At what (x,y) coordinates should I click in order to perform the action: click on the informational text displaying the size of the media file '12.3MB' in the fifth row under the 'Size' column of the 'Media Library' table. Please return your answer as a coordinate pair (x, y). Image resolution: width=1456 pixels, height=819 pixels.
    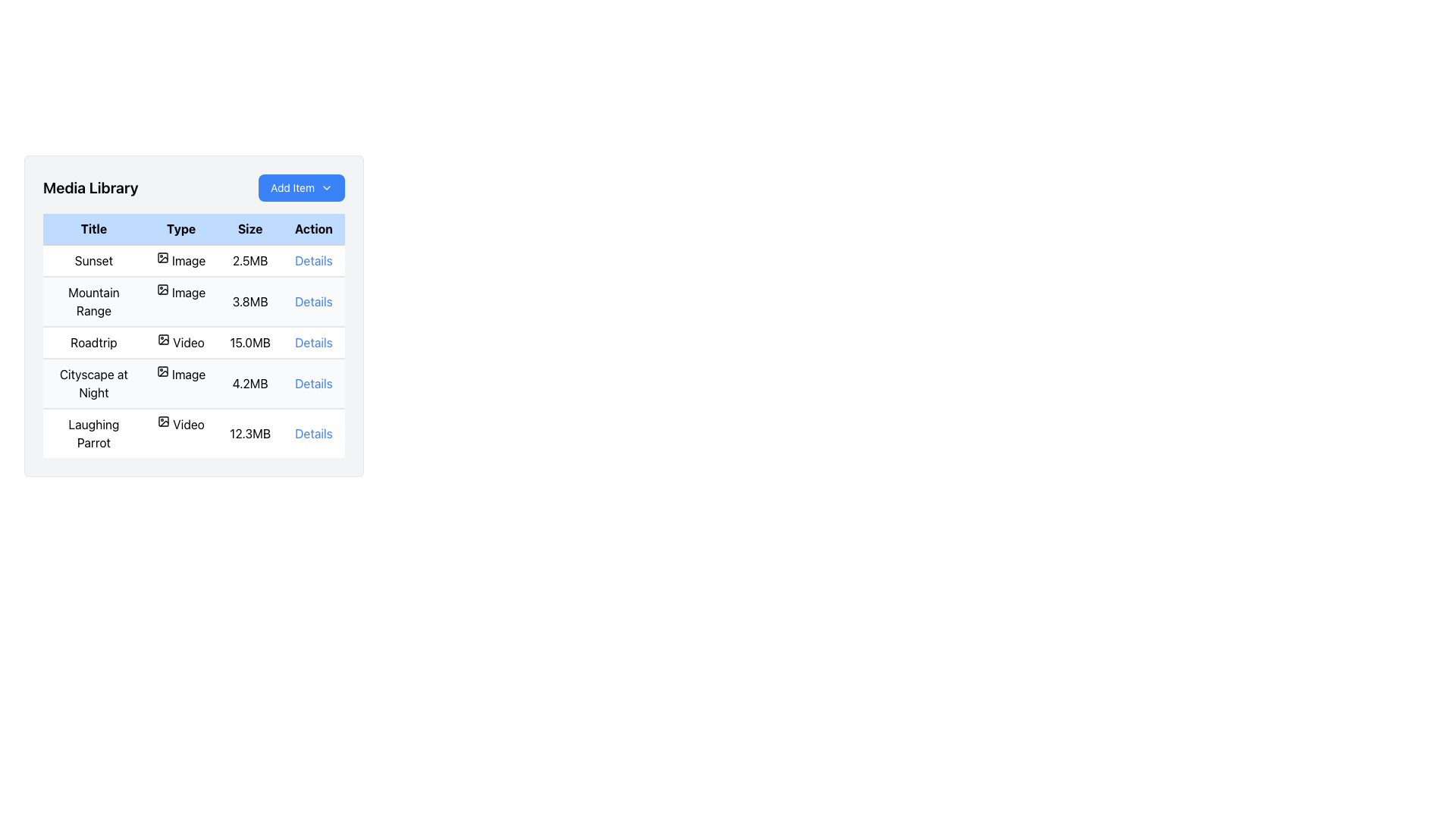
    Looking at the image, I should click on (250, 433).